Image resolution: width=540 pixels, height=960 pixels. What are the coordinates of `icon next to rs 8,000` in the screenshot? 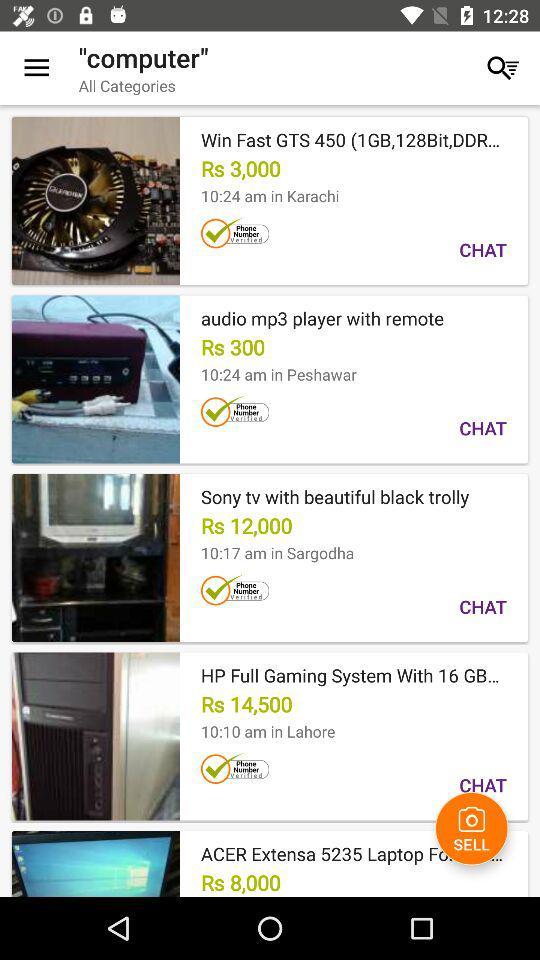 It's located at (471, 828).